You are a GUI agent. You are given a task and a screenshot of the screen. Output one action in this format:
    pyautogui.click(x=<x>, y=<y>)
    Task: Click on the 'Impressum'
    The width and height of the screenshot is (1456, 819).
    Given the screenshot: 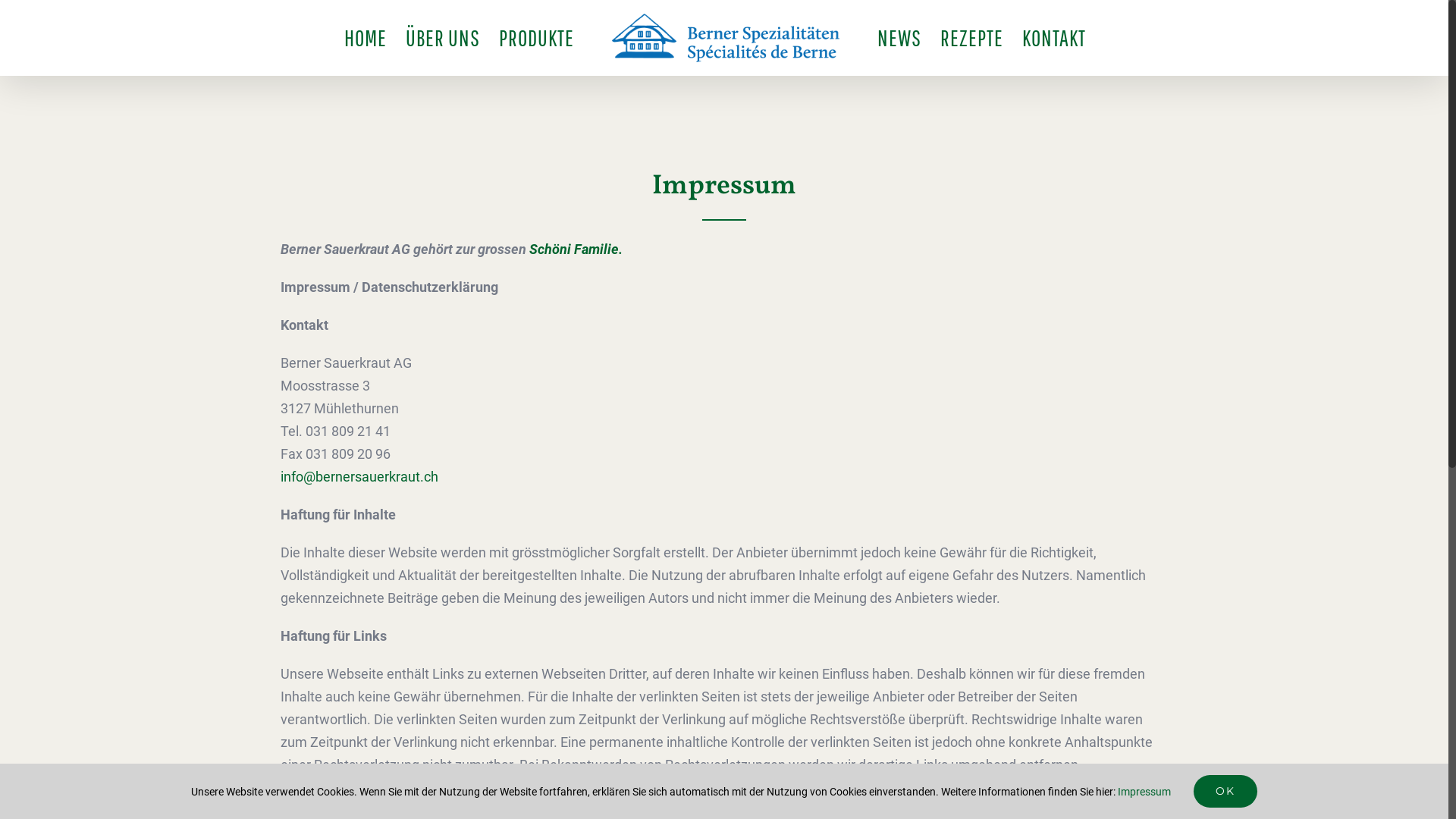 What is the action you would take?
    pyautogui.click(x=1144, y=791)
    